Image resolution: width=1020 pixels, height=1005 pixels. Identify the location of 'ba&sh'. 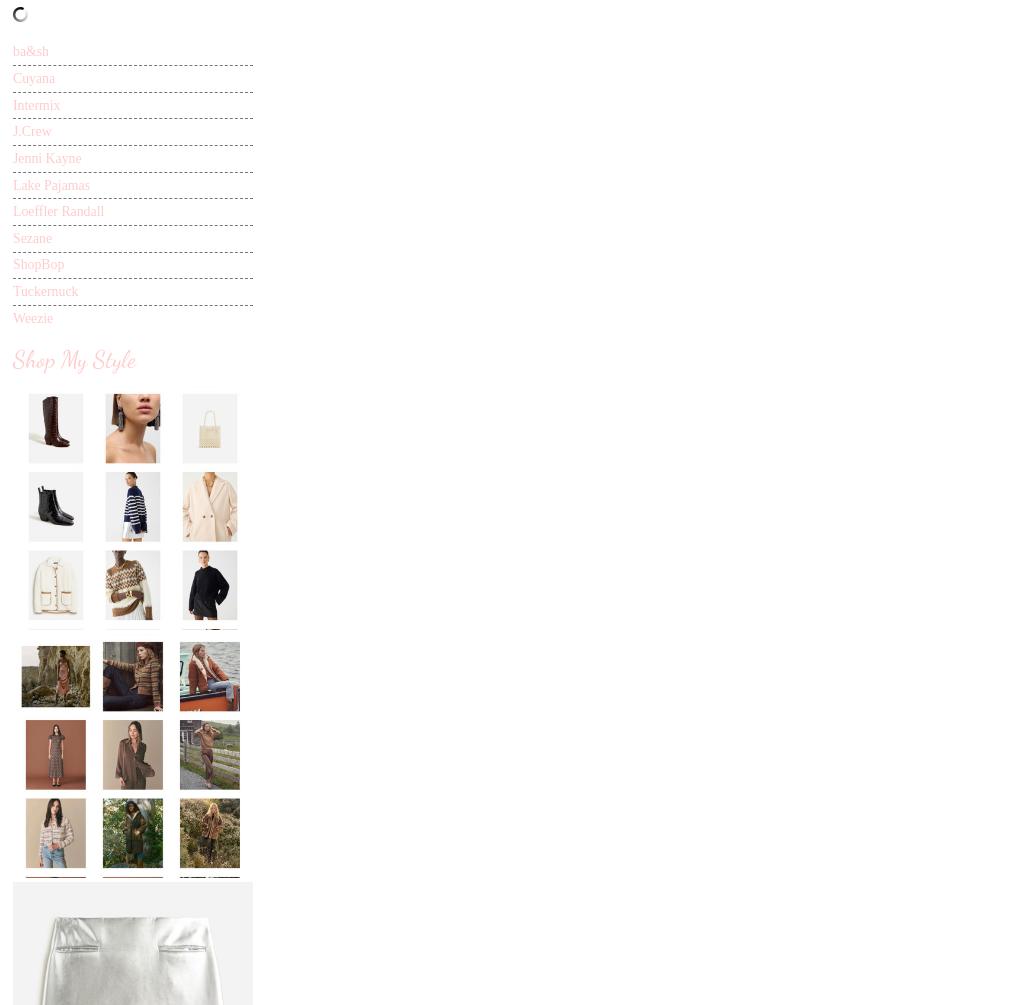
(30, 51).